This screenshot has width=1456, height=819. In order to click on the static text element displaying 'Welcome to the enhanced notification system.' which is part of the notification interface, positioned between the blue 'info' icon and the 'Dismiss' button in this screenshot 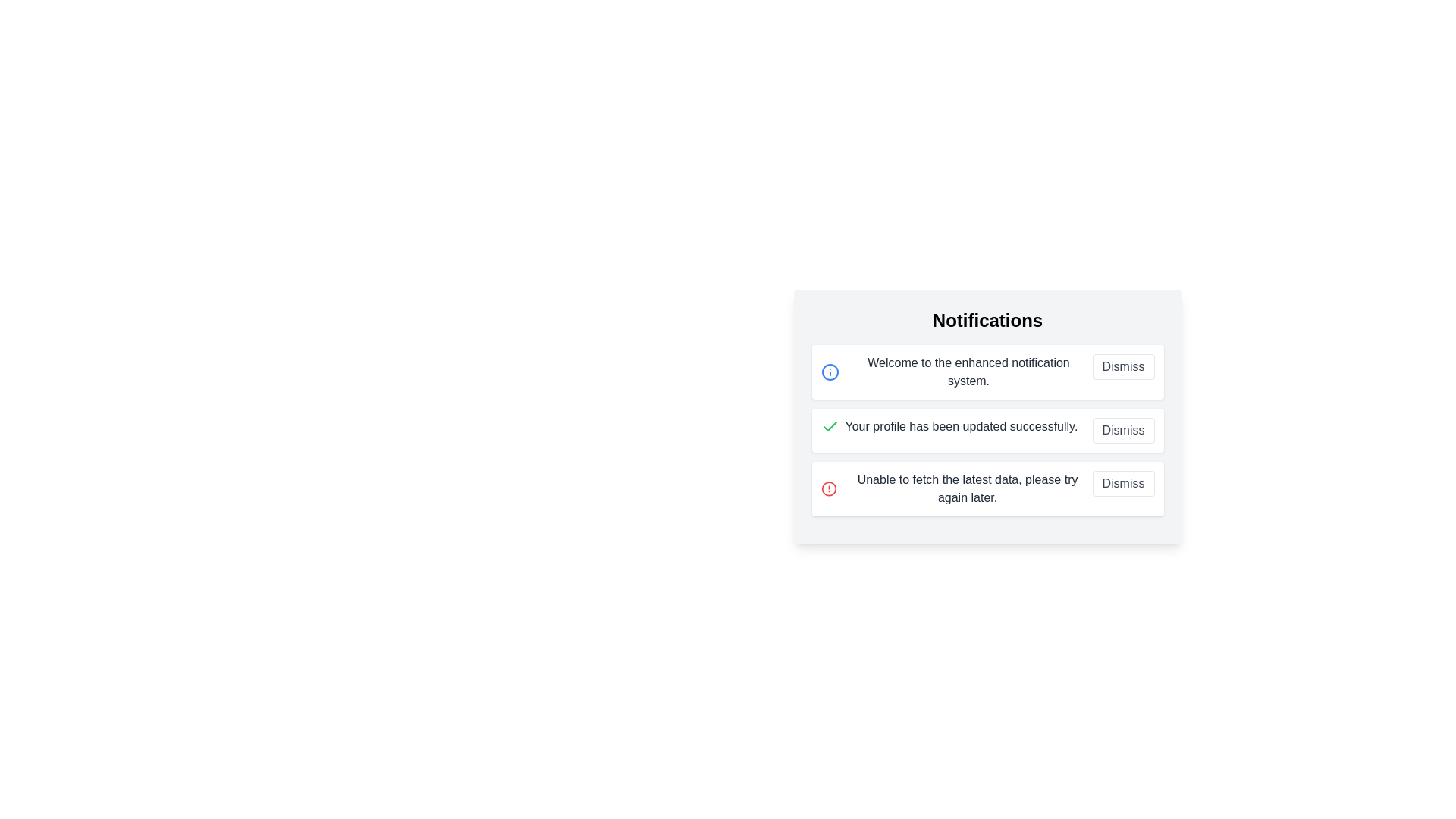, I will do `click(968, 372)`.